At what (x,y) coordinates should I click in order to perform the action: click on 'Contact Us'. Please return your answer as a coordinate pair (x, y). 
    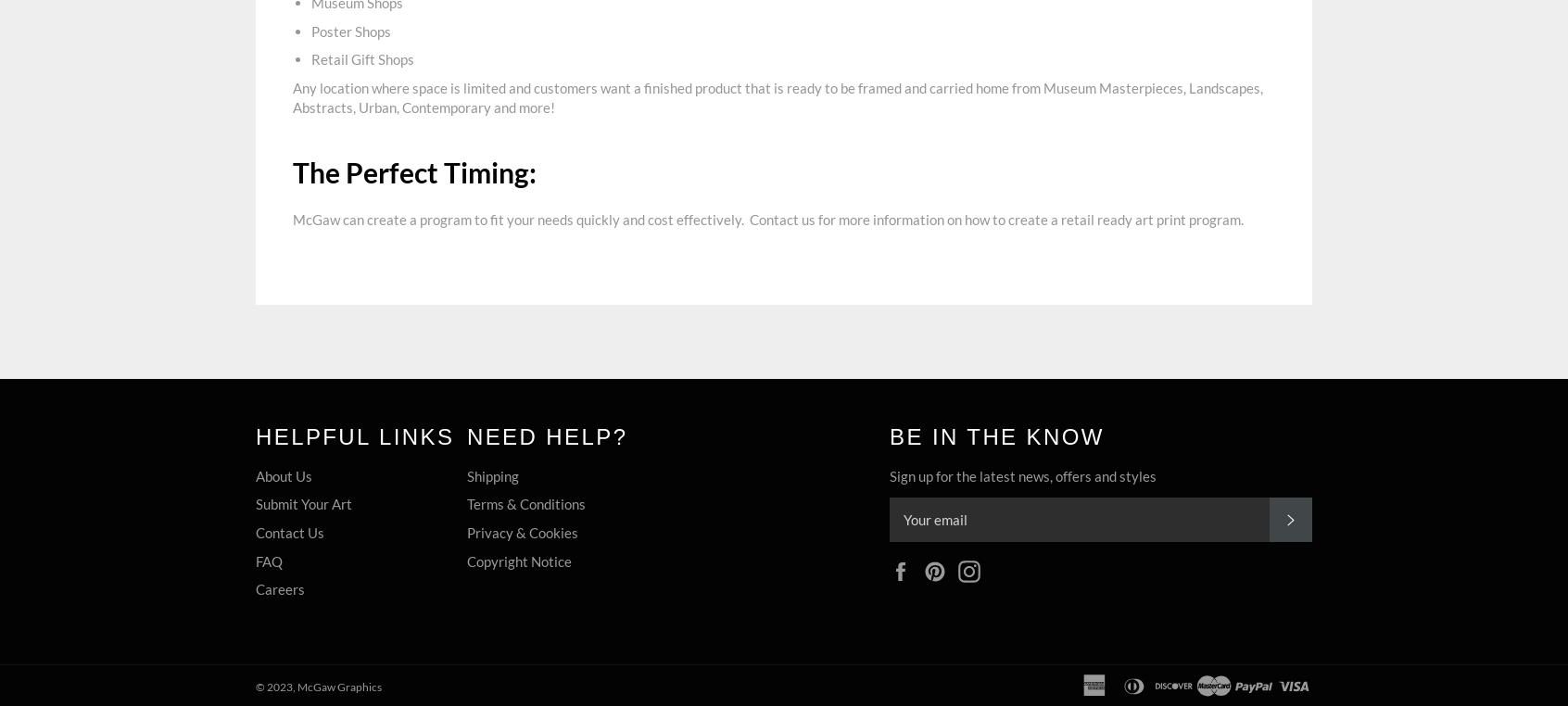
    Looking at the image, I should click on (289, 532).